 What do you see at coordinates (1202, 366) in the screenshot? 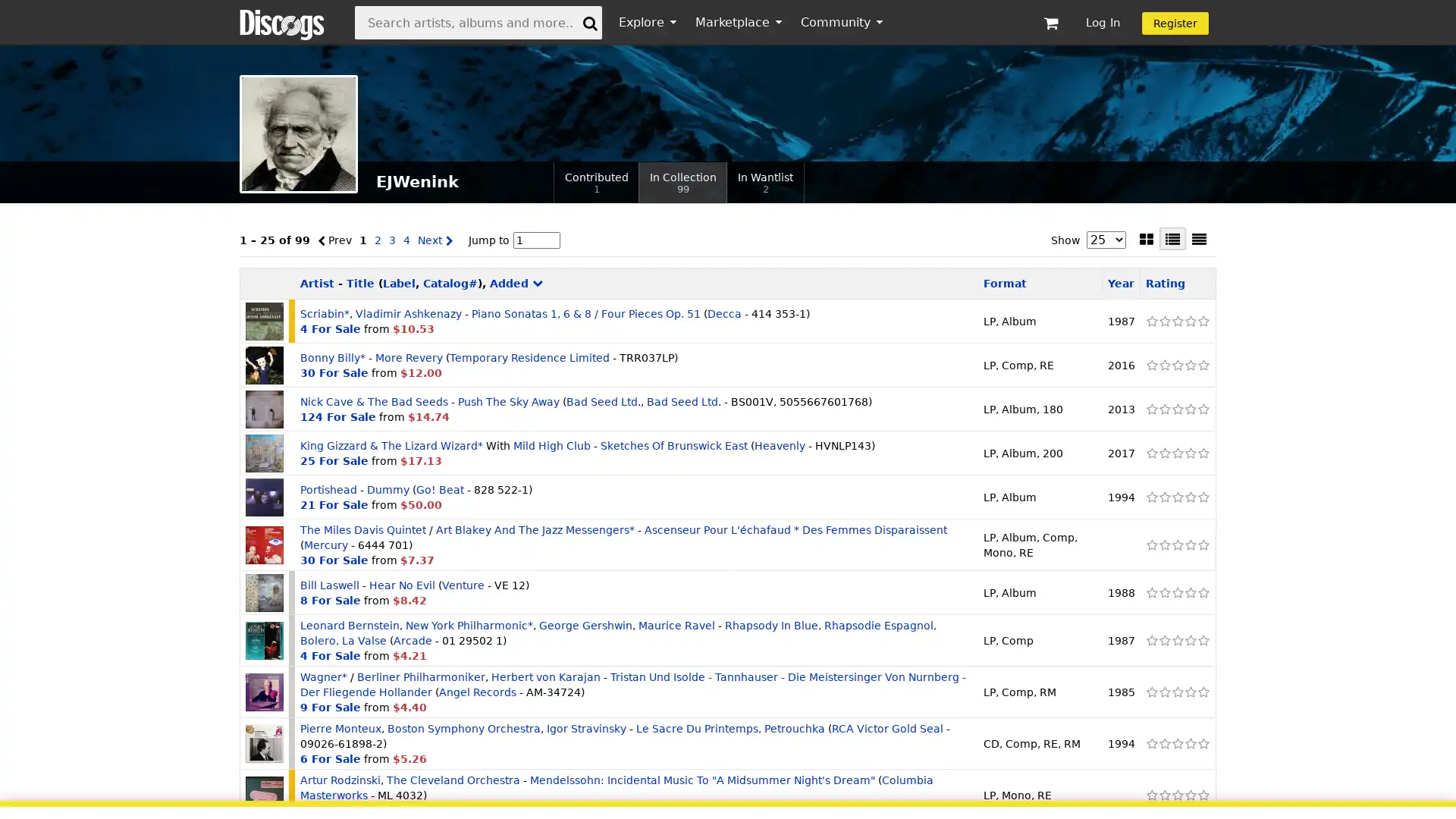
I see `Rate this release 5 stars.` at bounding box center [1202, 366].